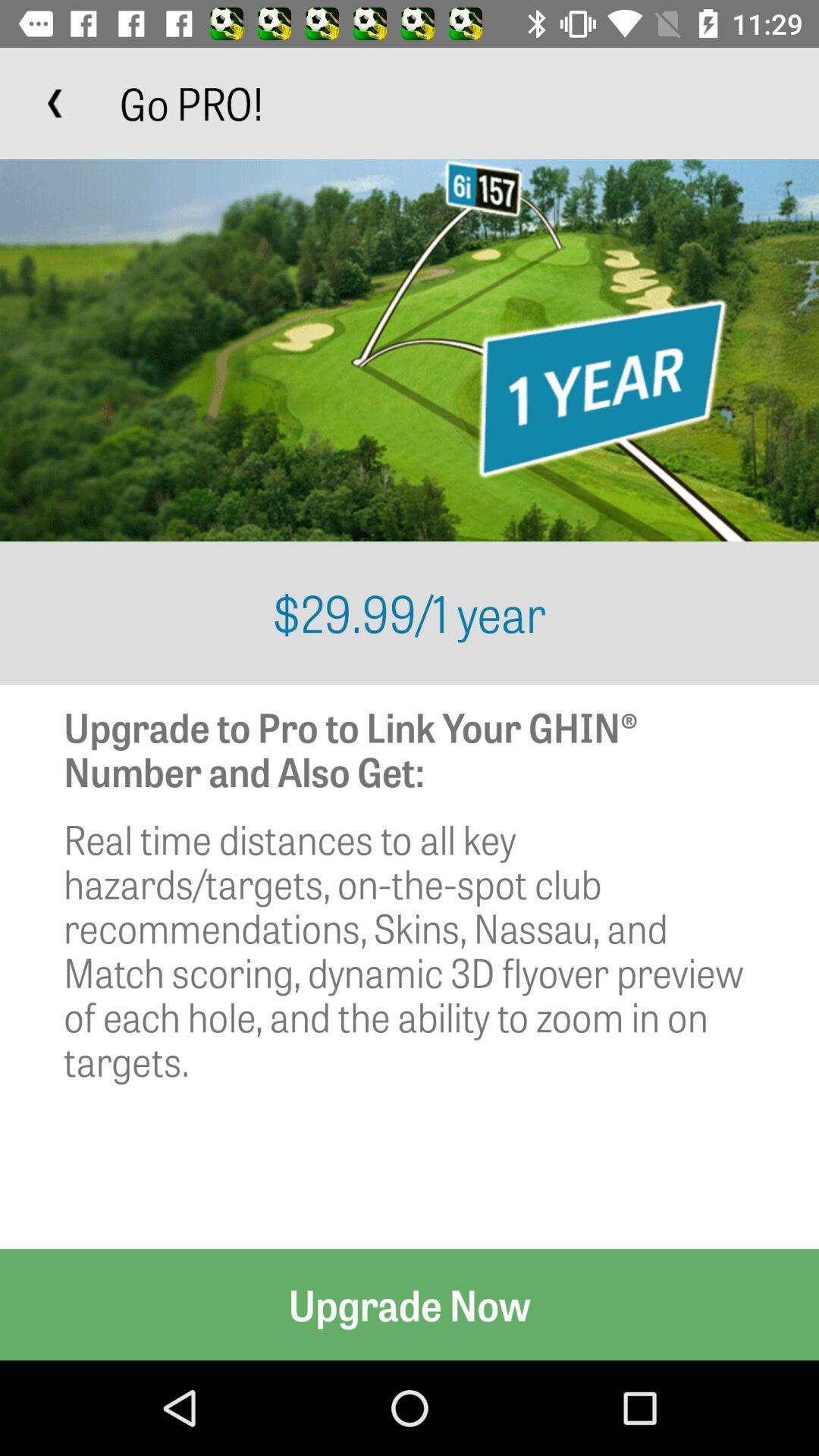  What do you see at coordinates (55, 102) in the screenshot?
I see `the item to the left of go pro!` at bounding box center [55, 102].